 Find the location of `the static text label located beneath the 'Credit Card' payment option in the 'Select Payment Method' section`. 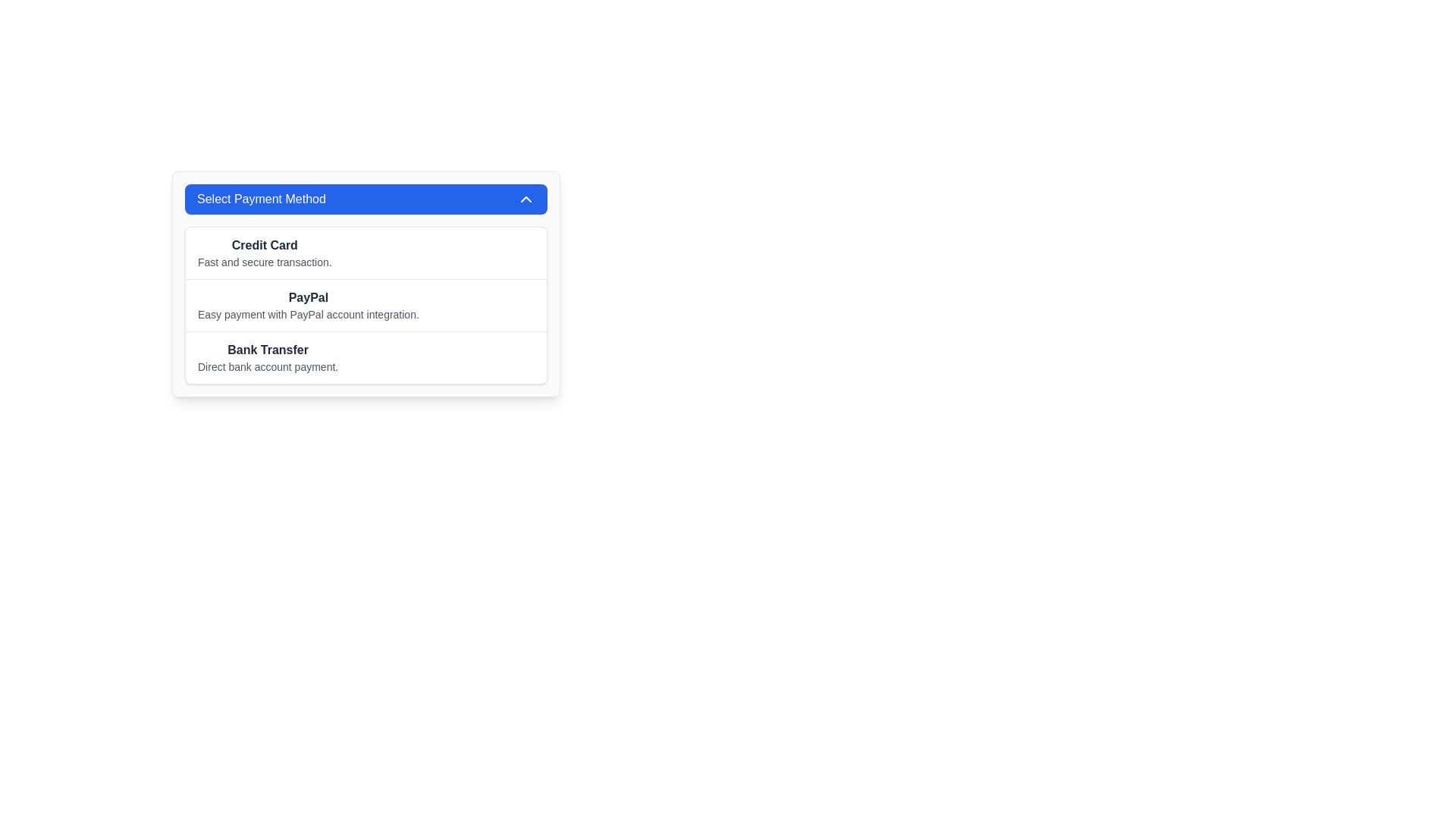

the static text label located beneath the 'Credit Card' payment option in the 'Select Payment Method' section is located at coordinates (265, 262).